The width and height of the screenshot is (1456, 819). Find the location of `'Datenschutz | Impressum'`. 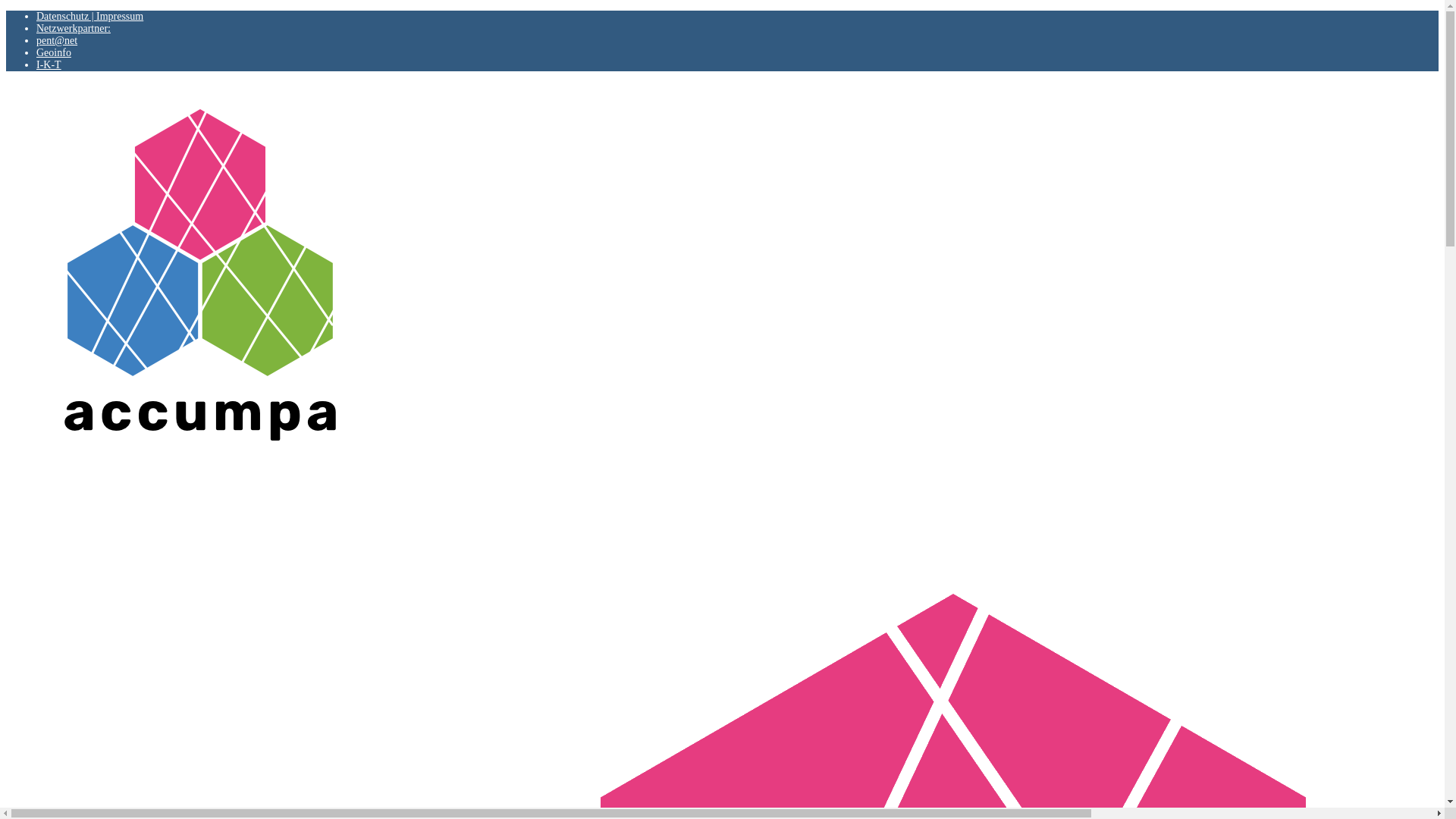

'Datenschutz | Impressum' is located at coordinates (89, 16).